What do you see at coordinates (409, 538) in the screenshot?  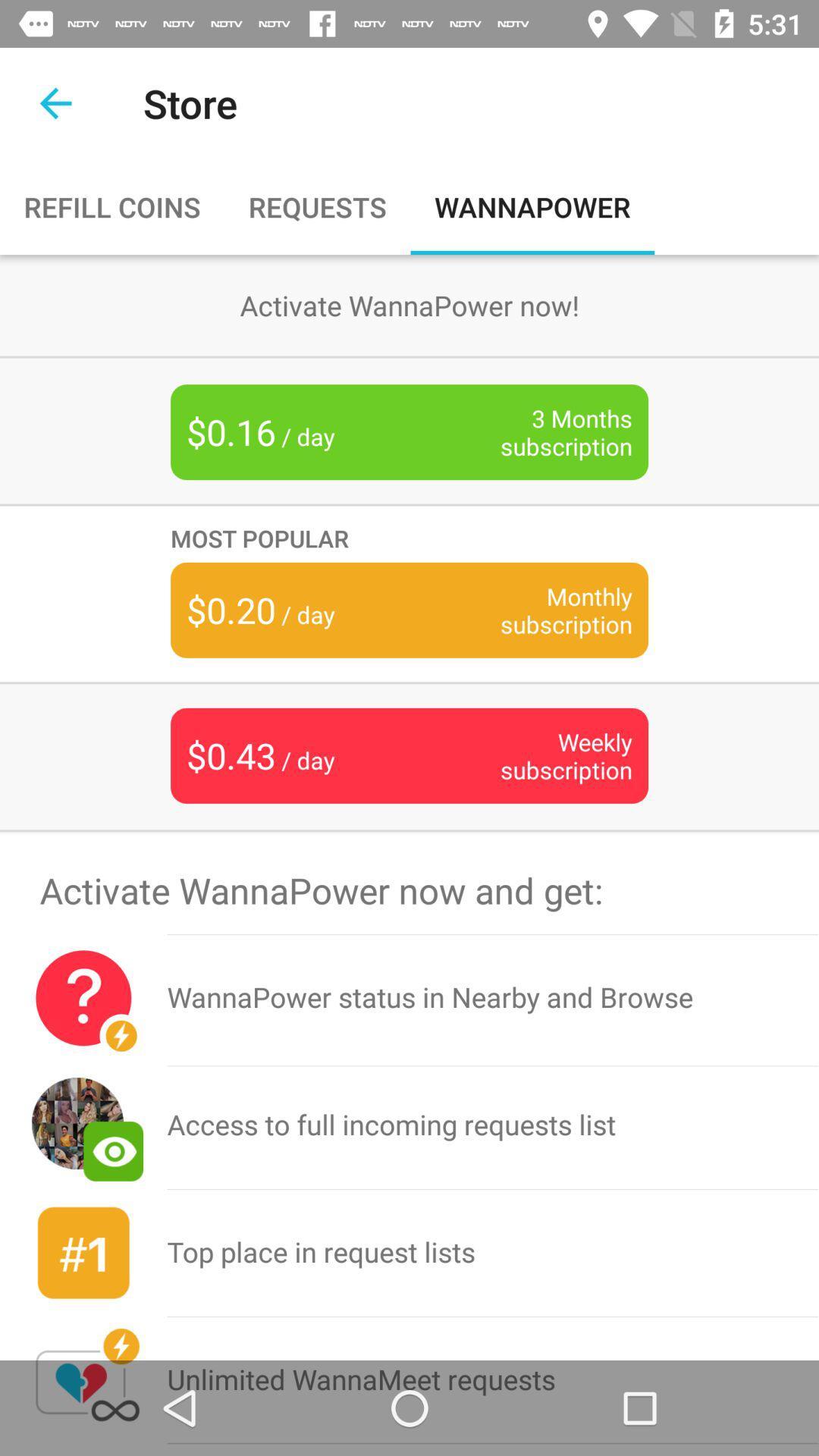 I see `the icon below the 3 months subscription icon` at bounding box center [409, 538].